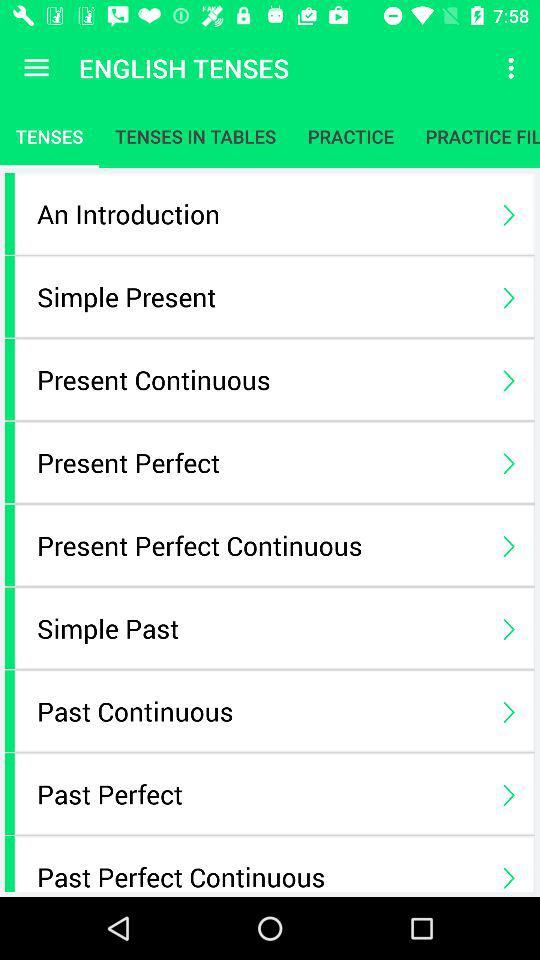 This screenshot has width=540, height=960. Describe the element at coordinates (259, 295) in the screenshot. I see `the simple present icon` at that location.